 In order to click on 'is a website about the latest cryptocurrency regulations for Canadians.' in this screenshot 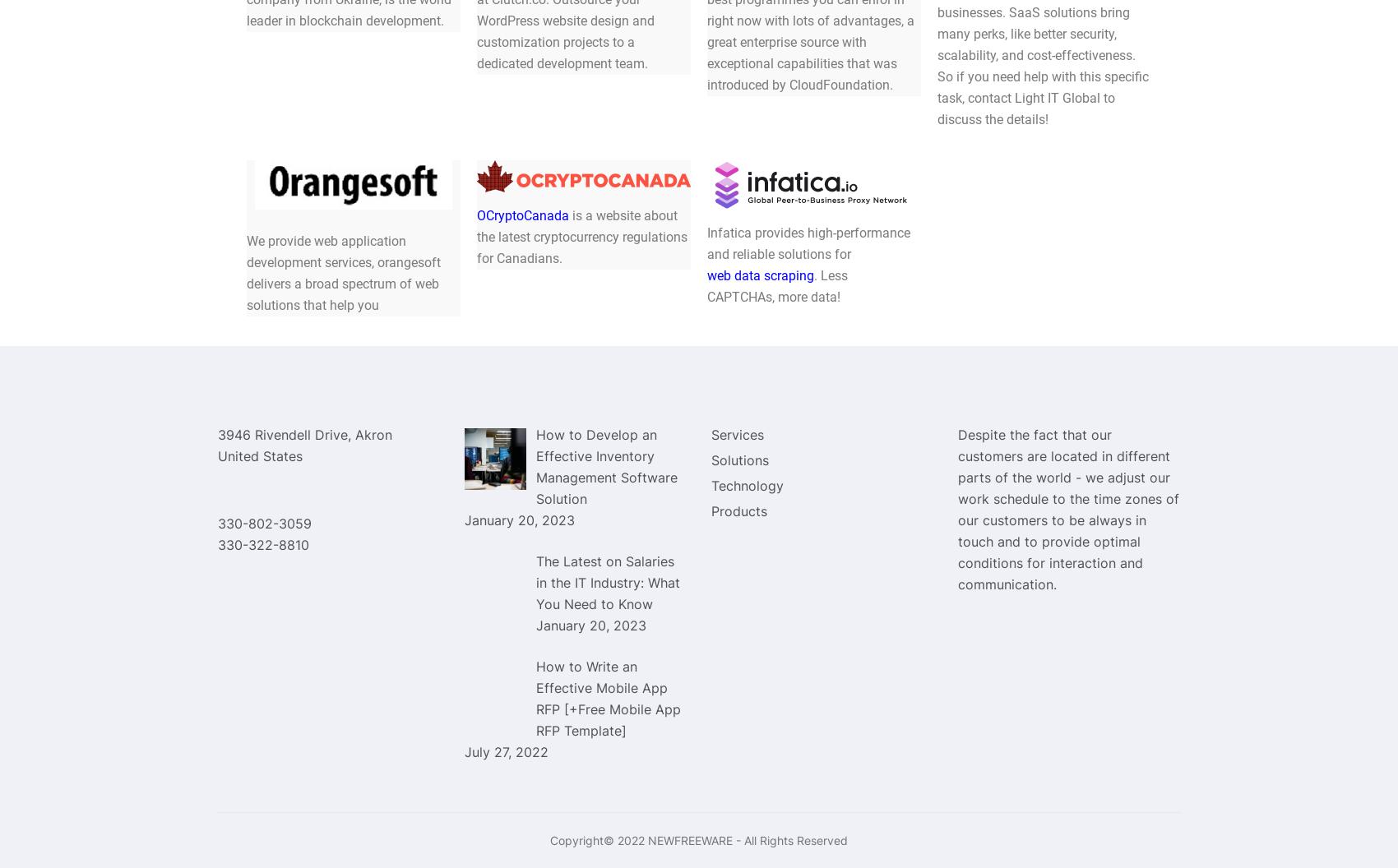, I will do `click(582, 236)`.